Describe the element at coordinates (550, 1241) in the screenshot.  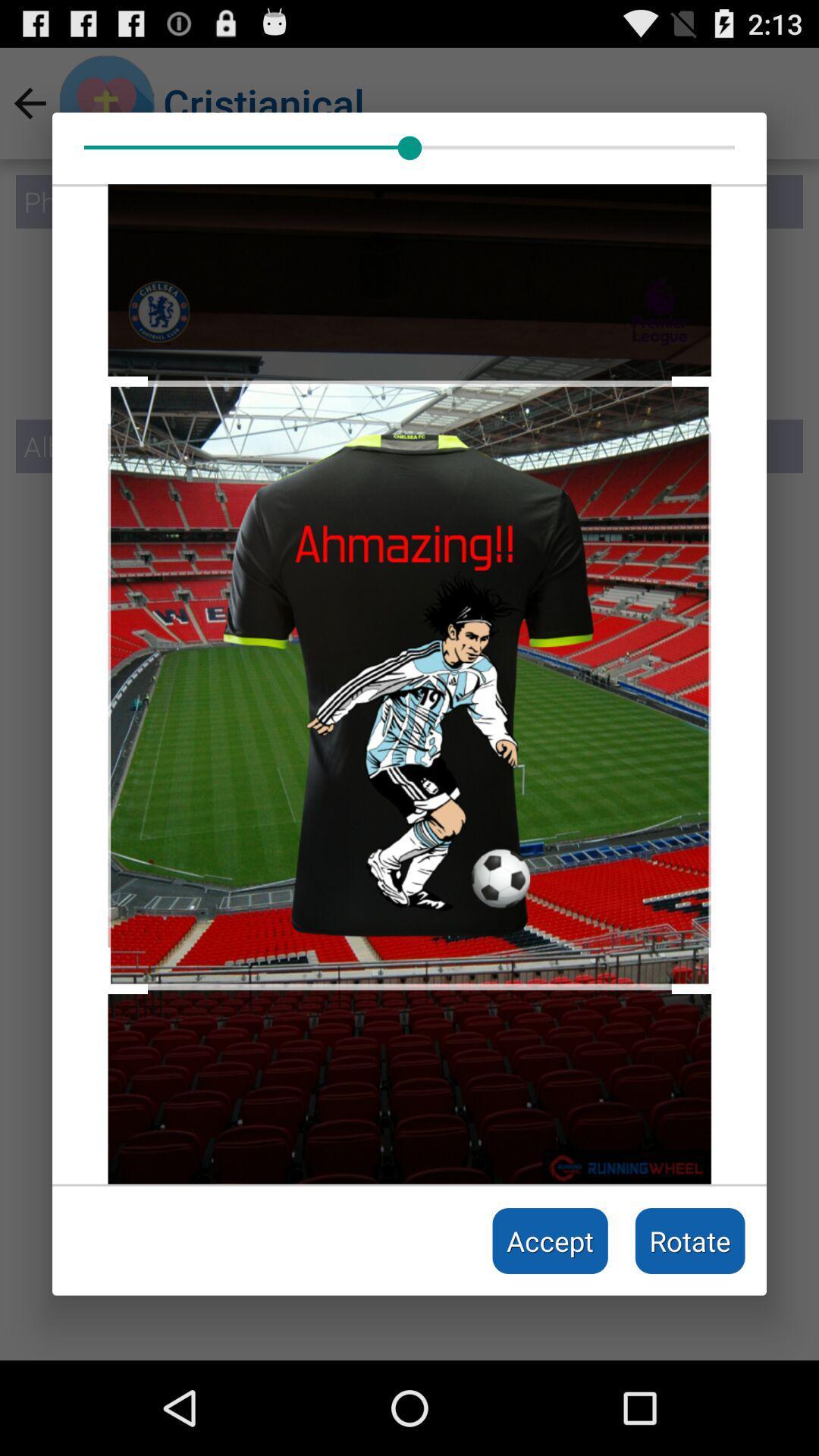
I see `the item next to the rotate` at that location.